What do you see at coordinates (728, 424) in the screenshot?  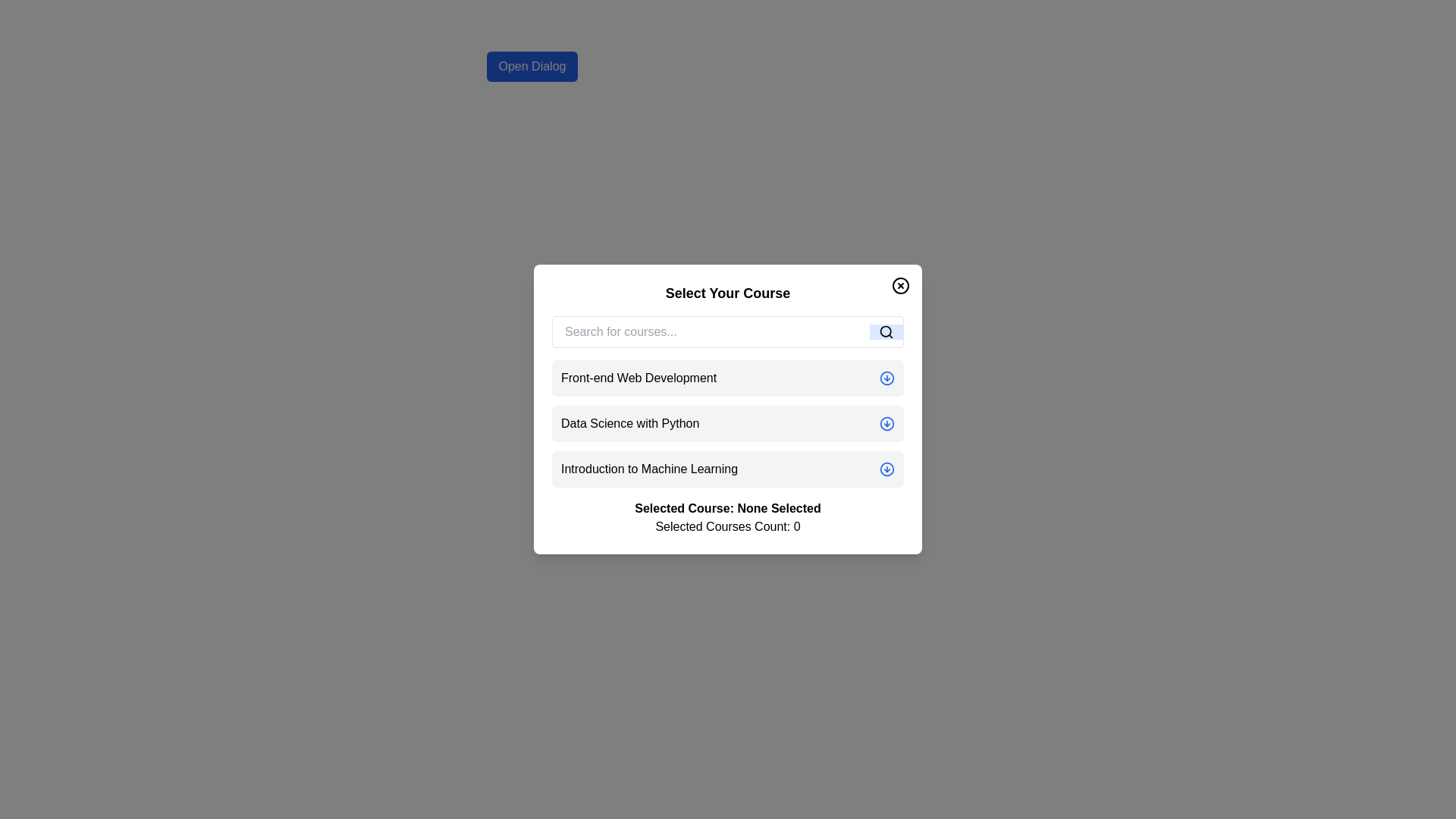 I see `the second item in the list of course options, which reads 'Data Science with Python', located in the dialog box labeled 'Select Your Course'` at bounding box center [728, 424].